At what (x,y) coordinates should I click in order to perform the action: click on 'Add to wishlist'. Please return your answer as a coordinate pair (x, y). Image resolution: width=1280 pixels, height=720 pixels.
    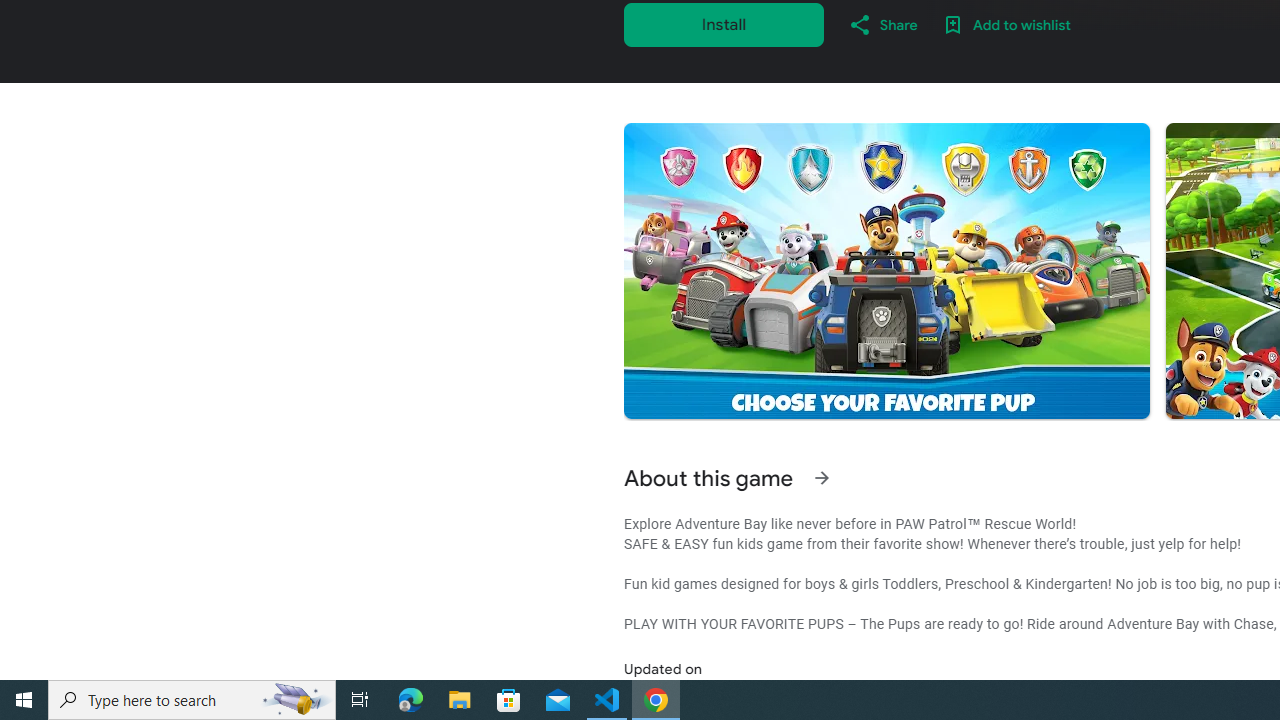
    Looking at the image, I should click on (1006, 24).